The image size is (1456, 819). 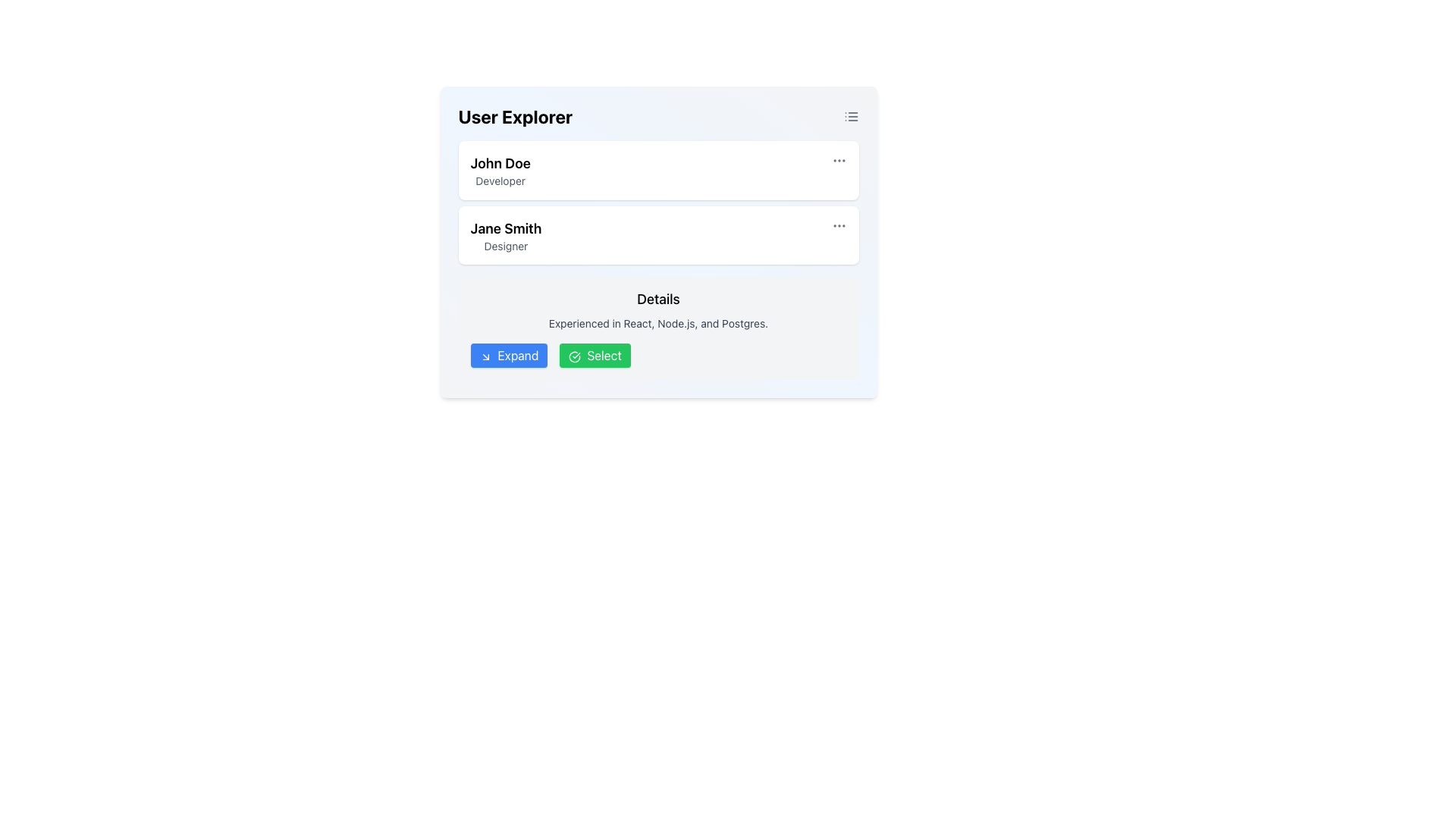 I want to click on the text label displaying 'John Doe' in bold, large font, so click(x=500, y=164).